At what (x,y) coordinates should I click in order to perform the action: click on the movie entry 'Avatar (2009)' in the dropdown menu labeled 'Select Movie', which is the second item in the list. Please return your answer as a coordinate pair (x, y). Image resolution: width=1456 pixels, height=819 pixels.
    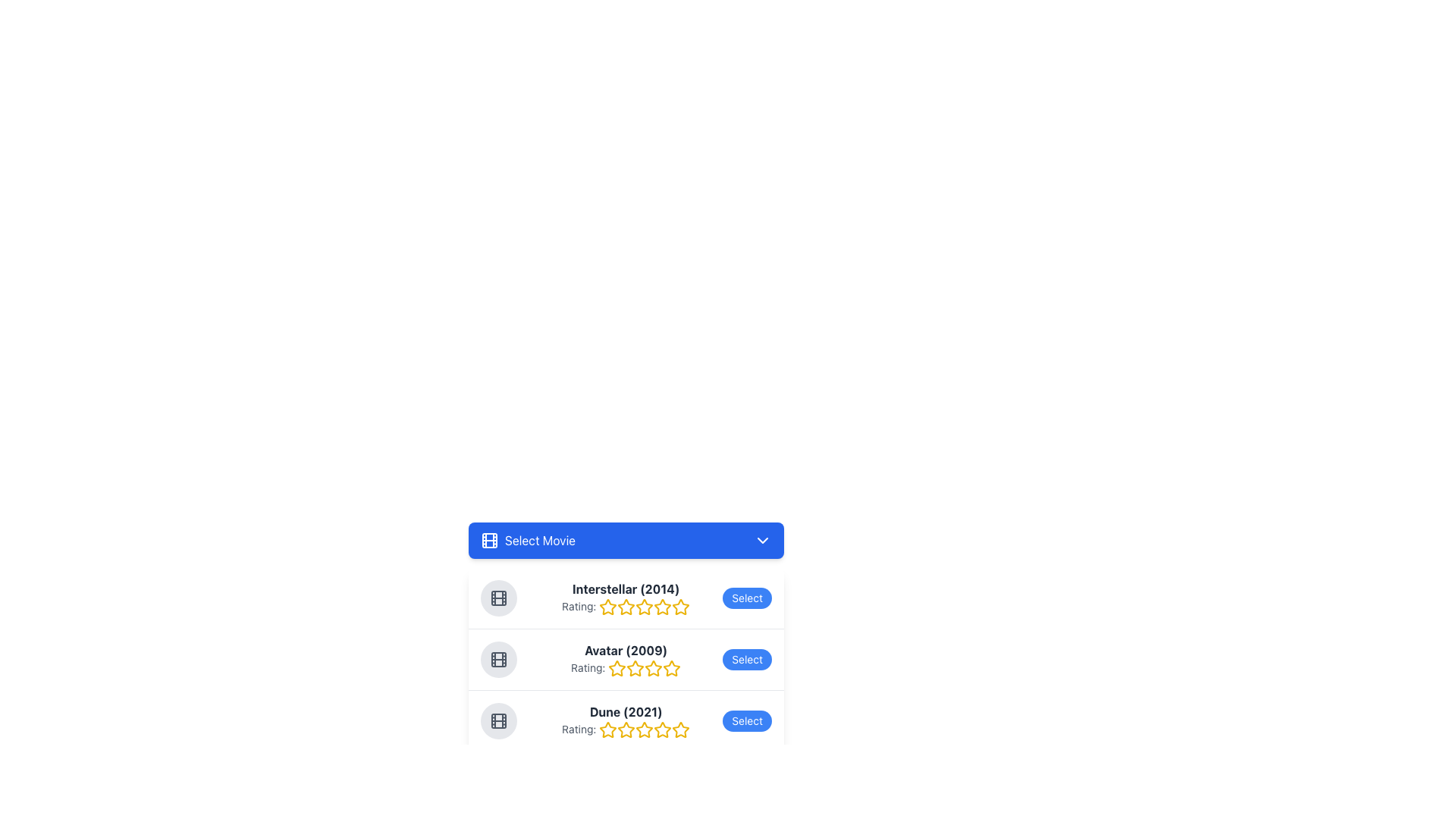
    Looking at the image, I should click on (626, 637).